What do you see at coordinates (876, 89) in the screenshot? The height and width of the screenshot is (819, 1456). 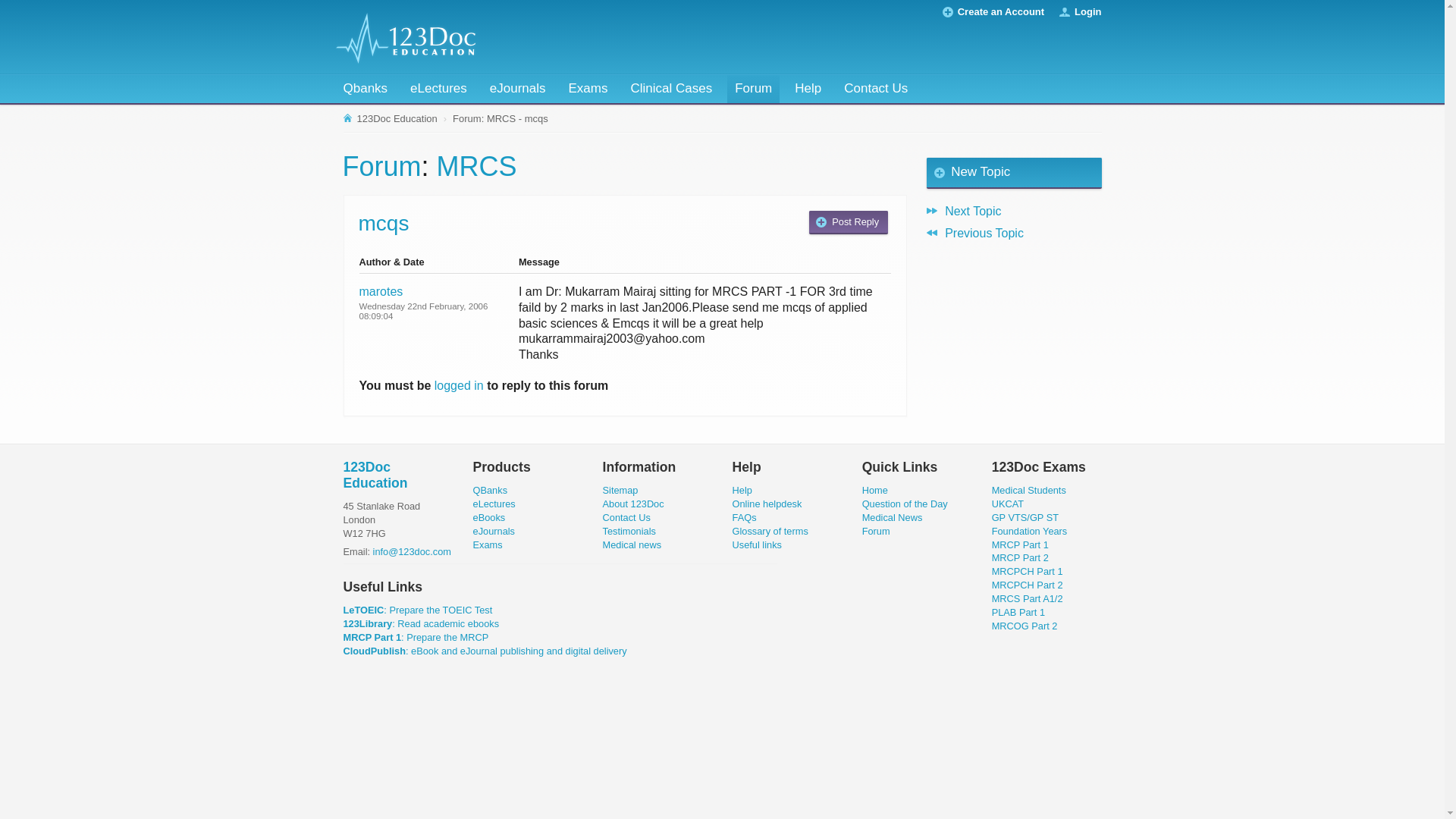 I see `'Contact Us'` at bounding box center [876, 89].